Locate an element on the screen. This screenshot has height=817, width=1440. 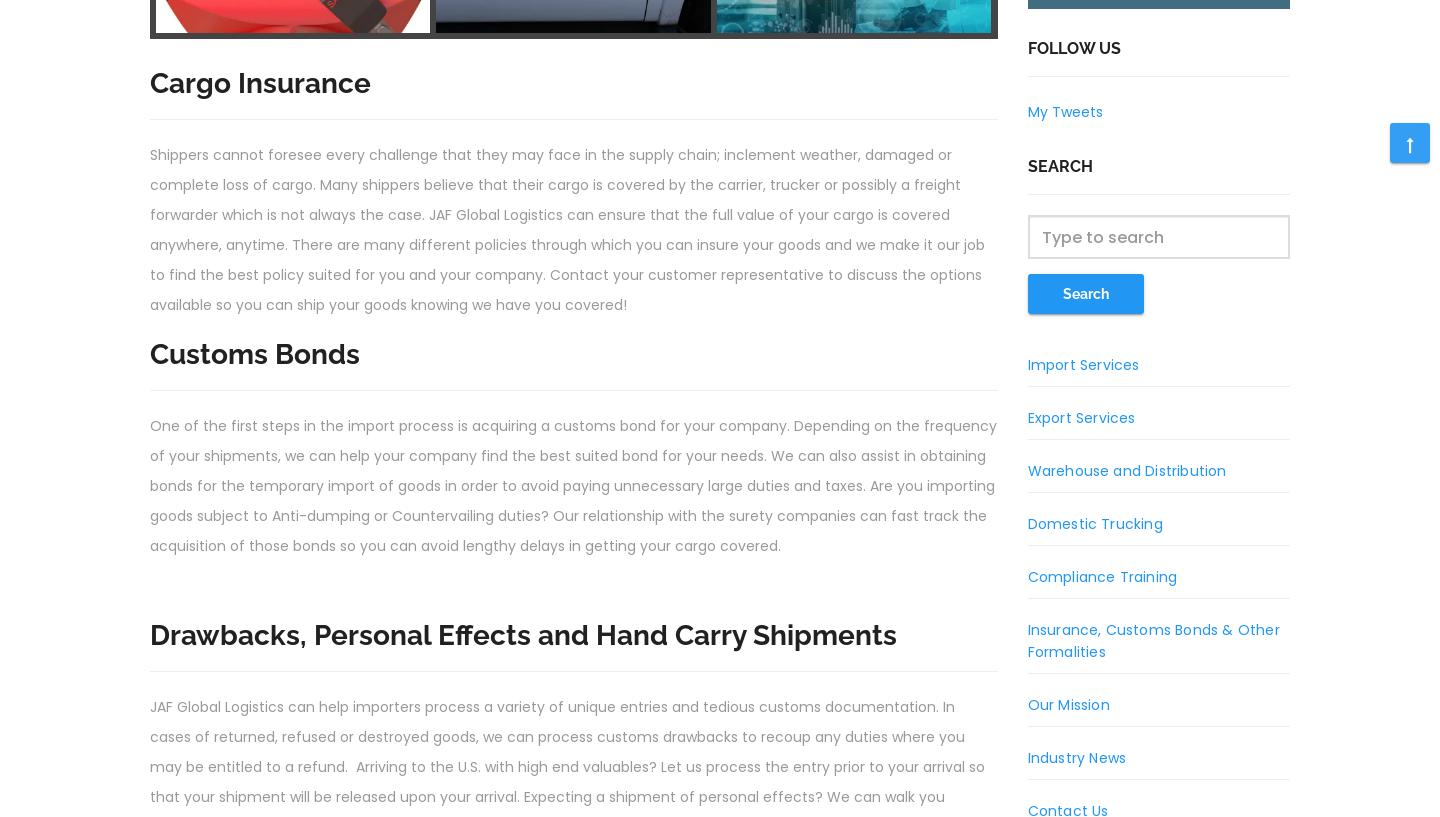
'My Tweets' is located at coordinates (1064, 112).